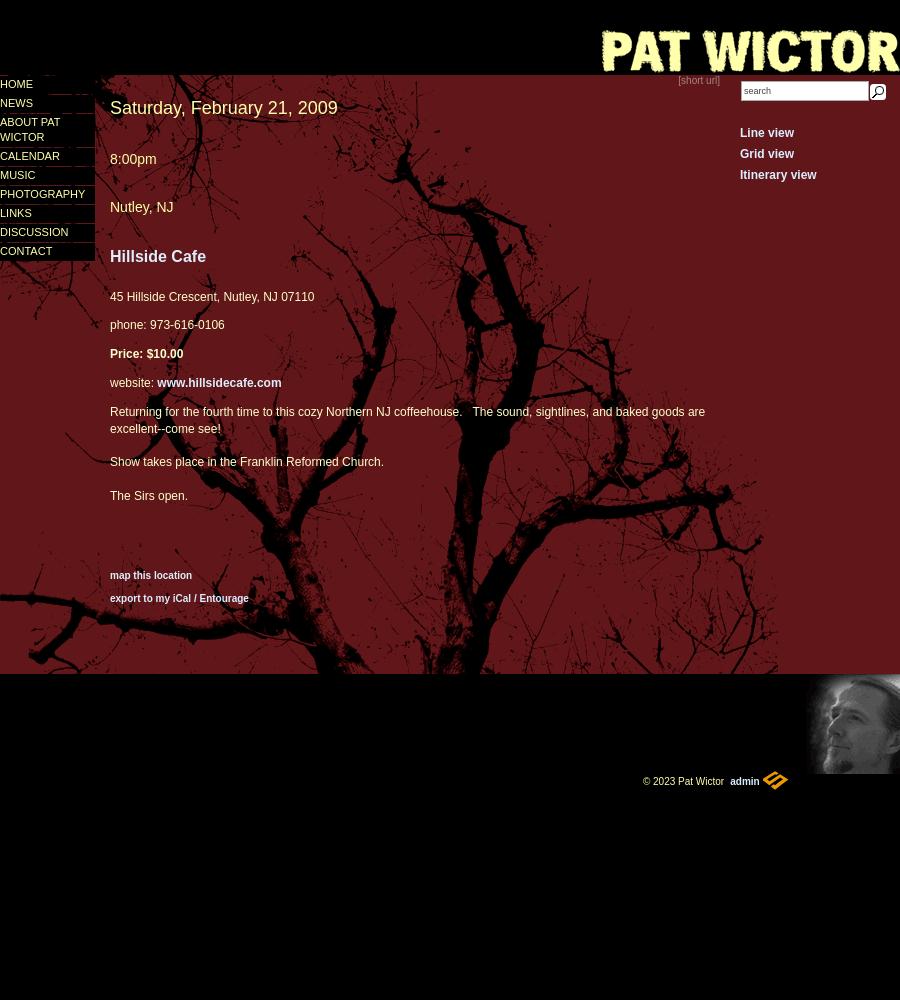 Image resolution: width=900 pixels, height=1000 pixels. Describe the element at coordinates (41, 193) in the screenshot. I see `'photography'` at that location.